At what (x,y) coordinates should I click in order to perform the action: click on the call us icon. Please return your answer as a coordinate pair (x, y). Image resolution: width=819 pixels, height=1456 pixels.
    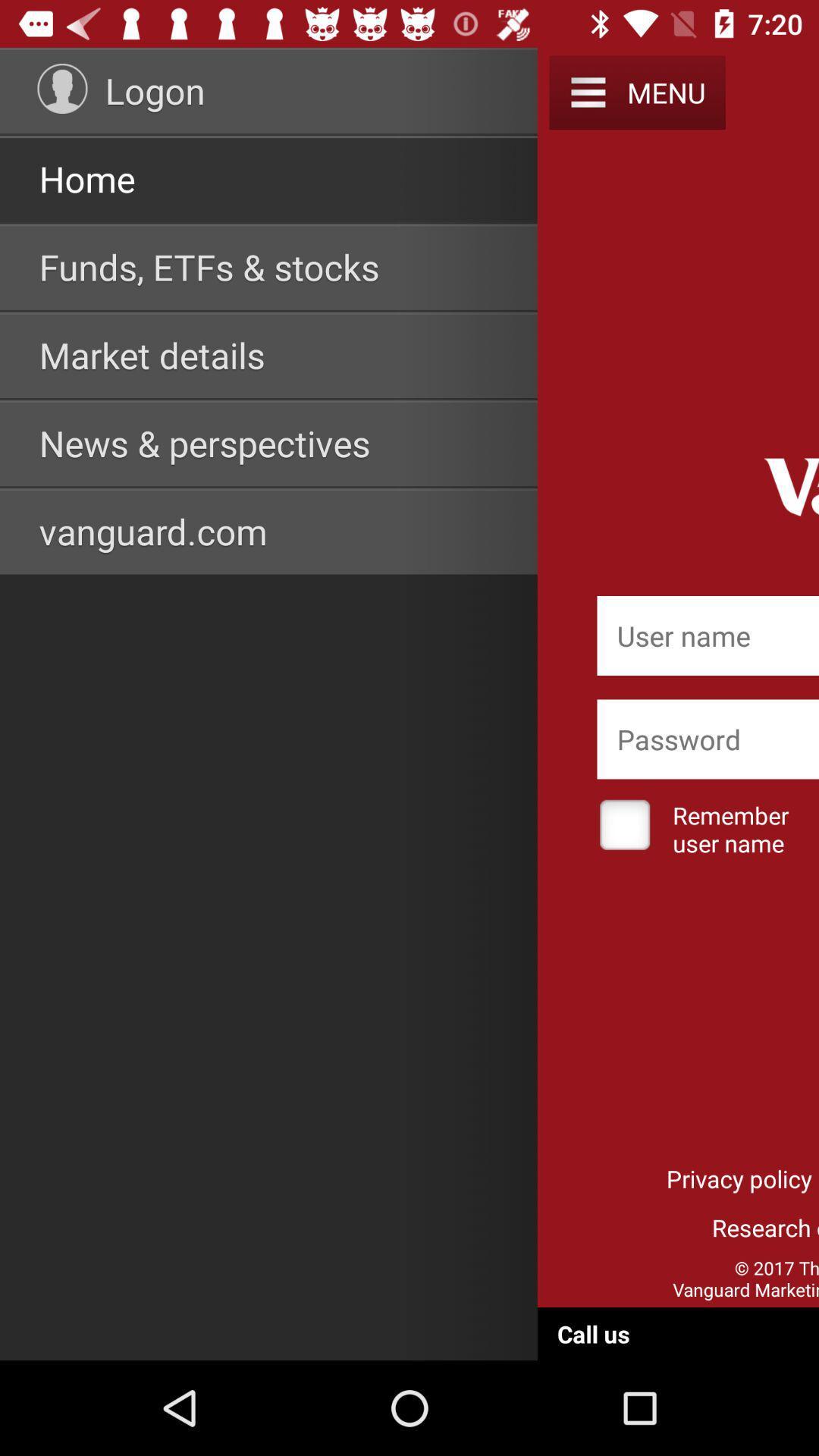
    Looking at the image, I should click on (593, 1333).